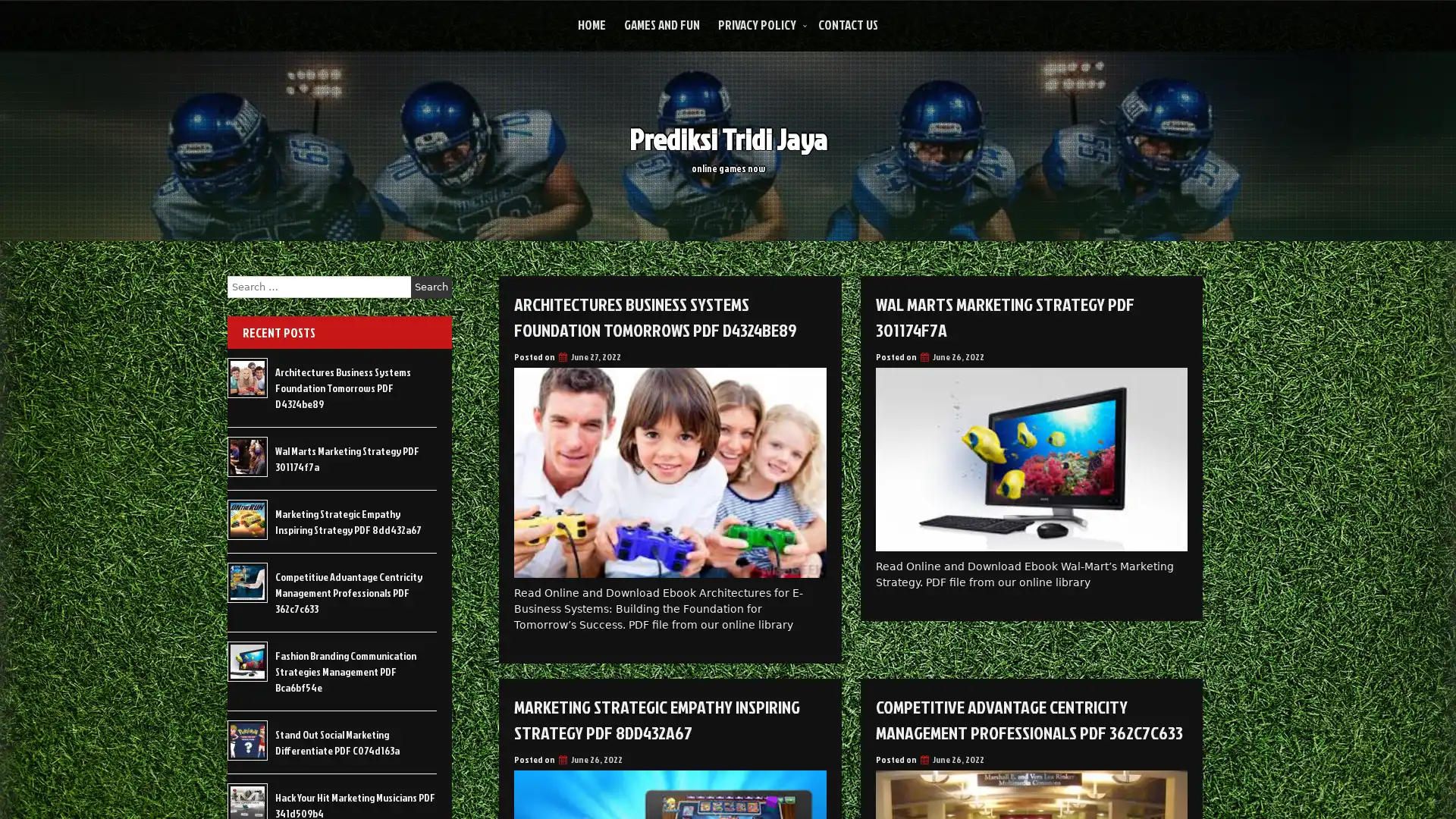 Image resolution: width=1456 pixels, height=819 pixels. I want to click on Search, so click(431, 287).